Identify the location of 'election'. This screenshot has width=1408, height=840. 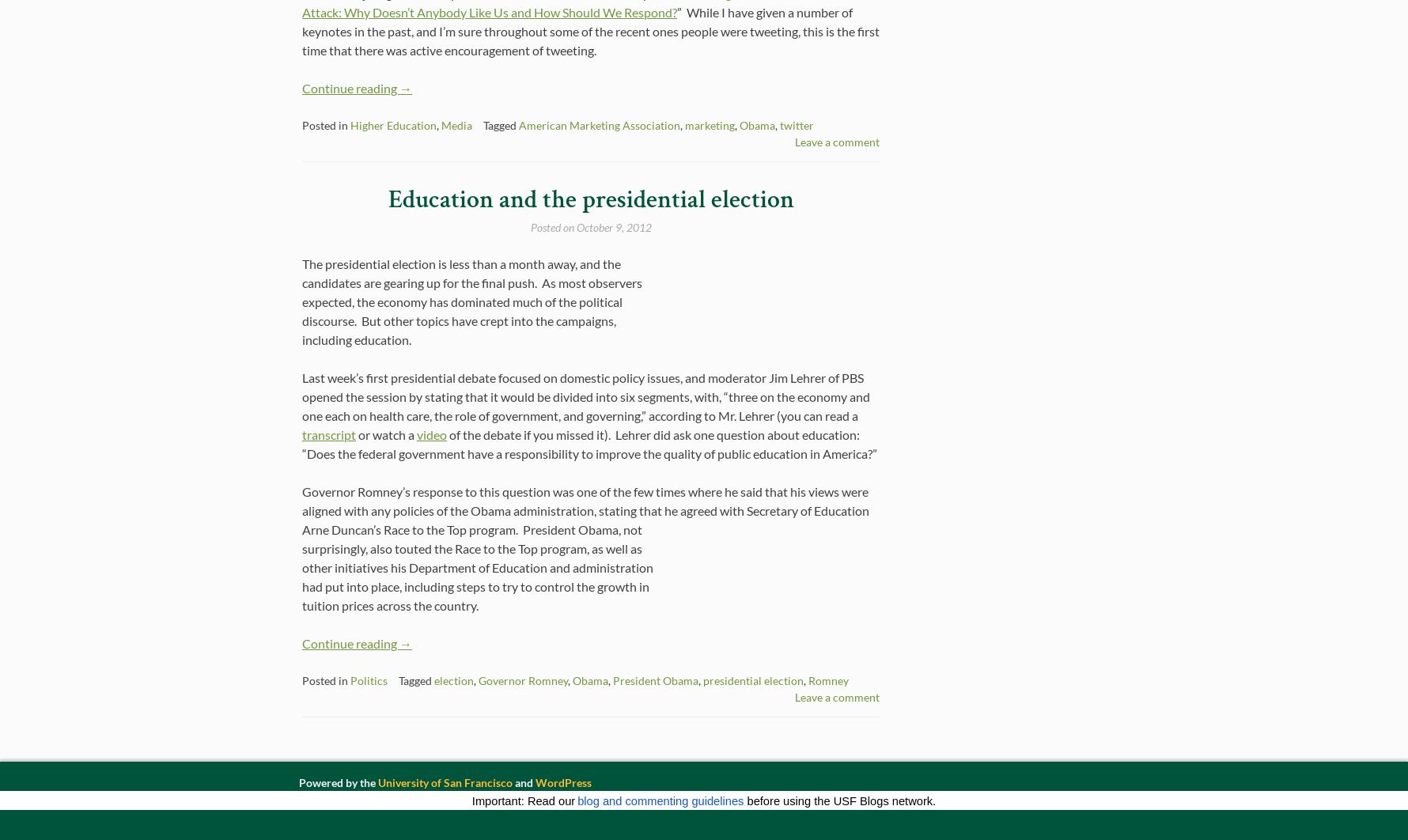
(453, 679).